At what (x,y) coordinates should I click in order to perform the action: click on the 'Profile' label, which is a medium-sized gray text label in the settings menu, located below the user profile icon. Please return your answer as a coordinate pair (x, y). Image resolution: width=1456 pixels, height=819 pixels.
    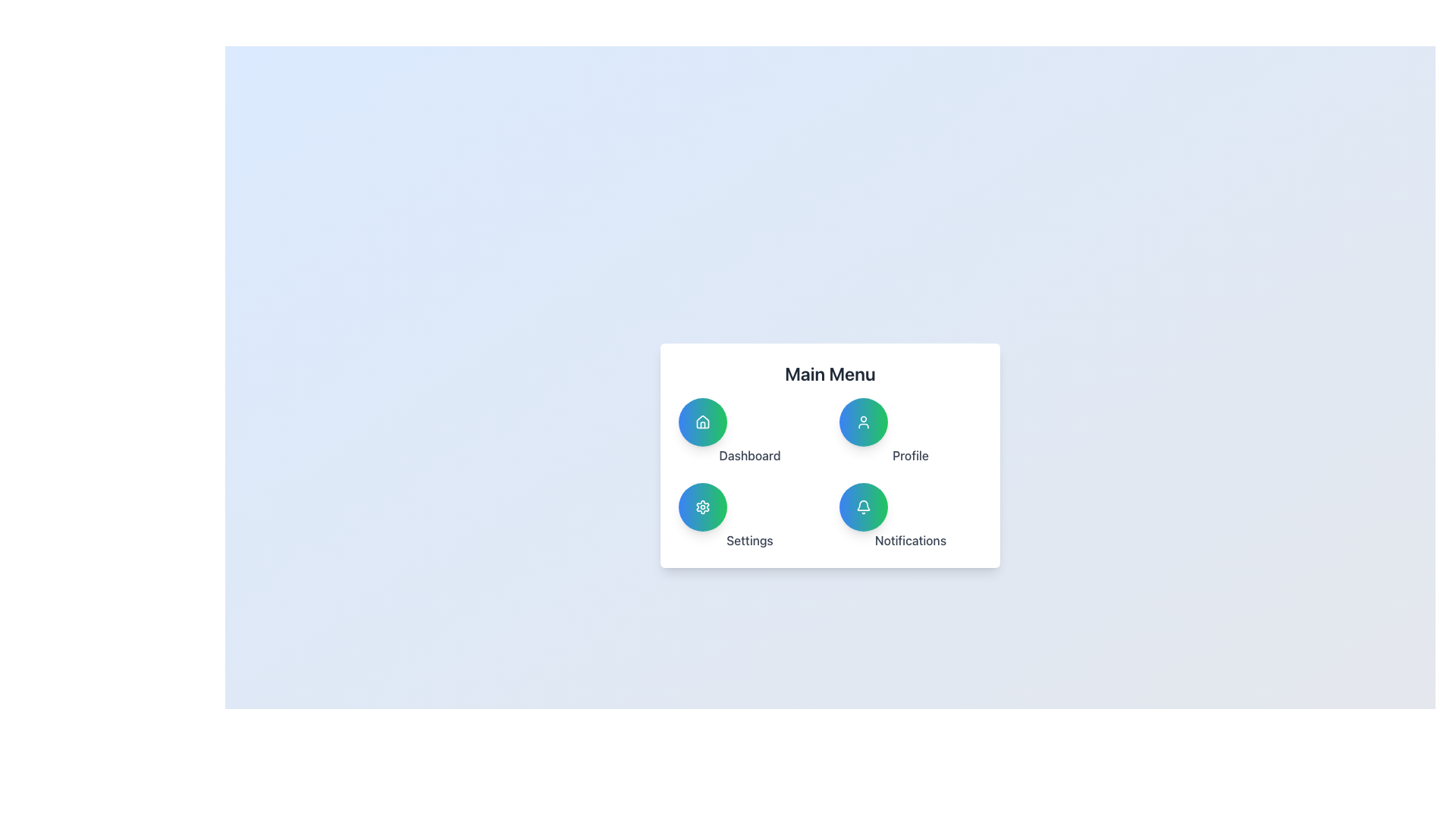
    Looking at the image, I should click on (910, 455).